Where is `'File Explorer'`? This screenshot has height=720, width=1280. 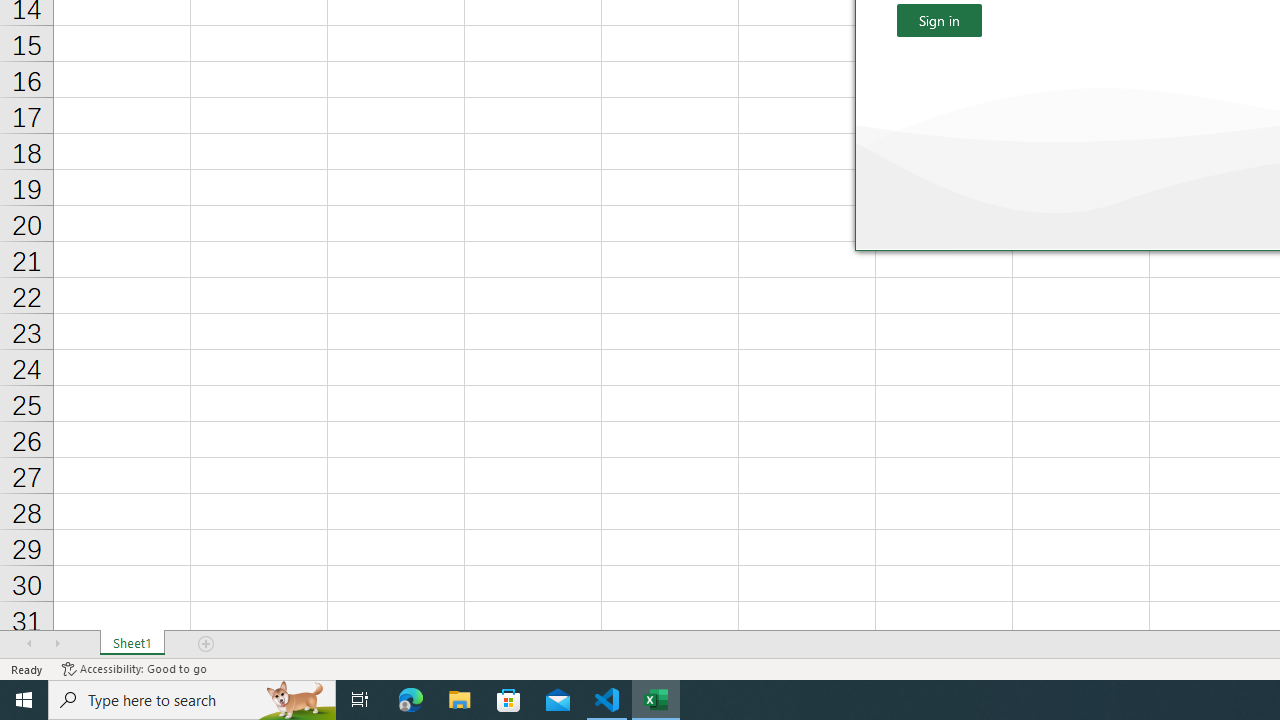
'File Explorer' is located at coordinates (459, 698).